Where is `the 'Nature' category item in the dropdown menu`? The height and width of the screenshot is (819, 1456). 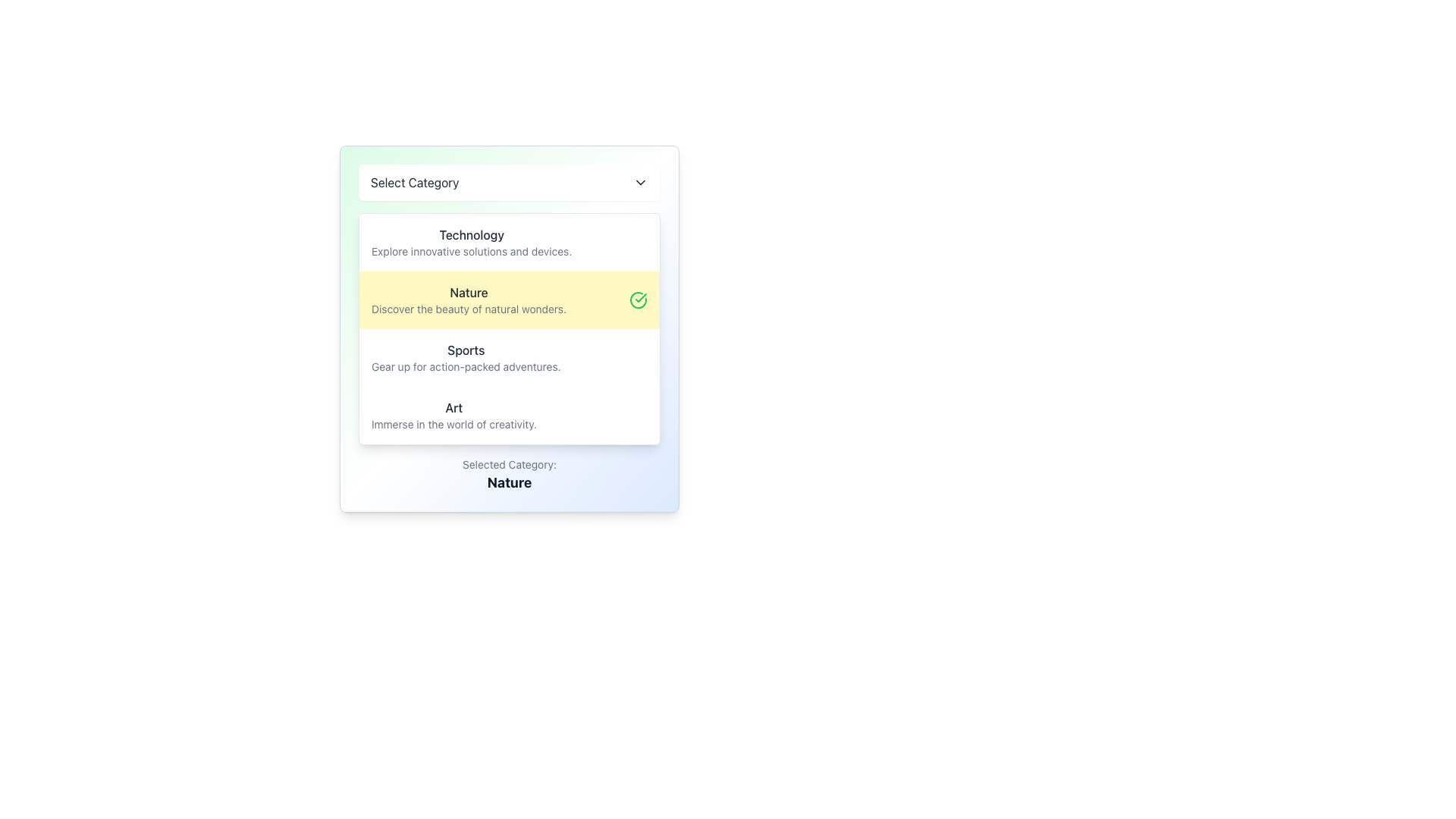 the 'Nature' category item in the dropdown menu is located at coordinates (510, 328).